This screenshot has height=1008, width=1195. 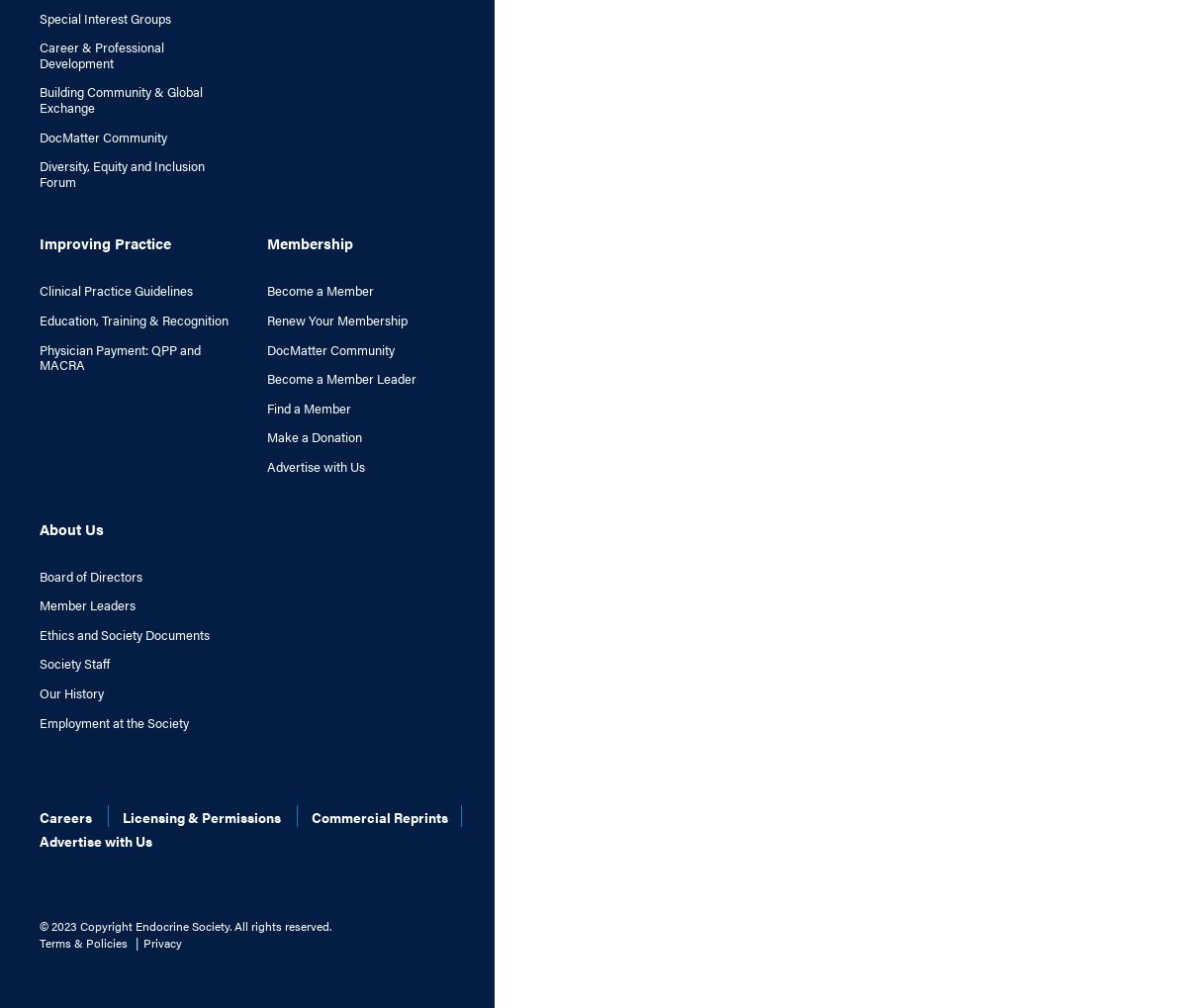 What do you see at coordinates (64, 817) in the screenshot?
I see `'Careers'` at bounding box center [64, 817].